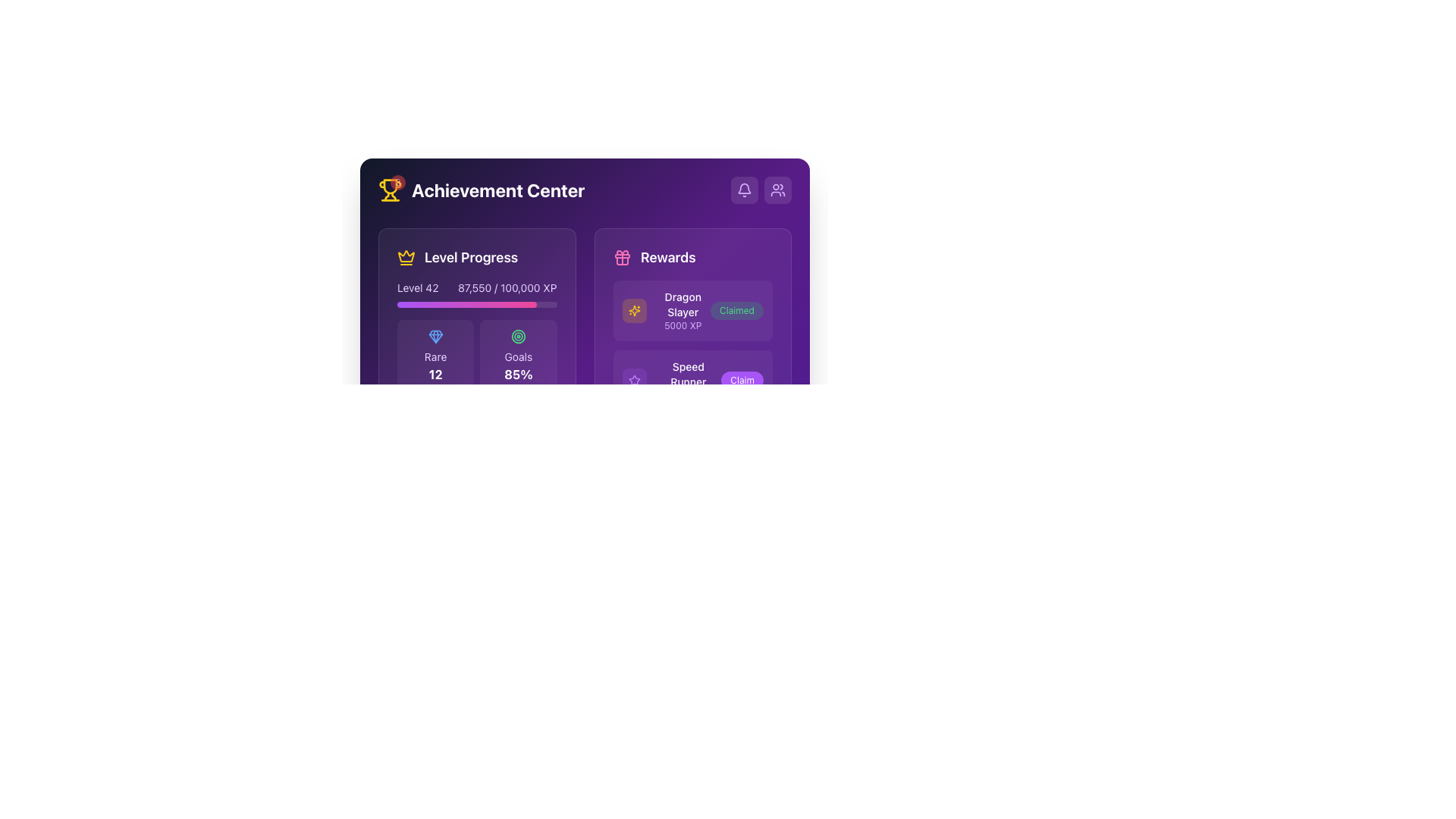 The height and width of the screenshot is (819, 1456). I want to click on the 'Achievement Center' panel, so click(584, 262).